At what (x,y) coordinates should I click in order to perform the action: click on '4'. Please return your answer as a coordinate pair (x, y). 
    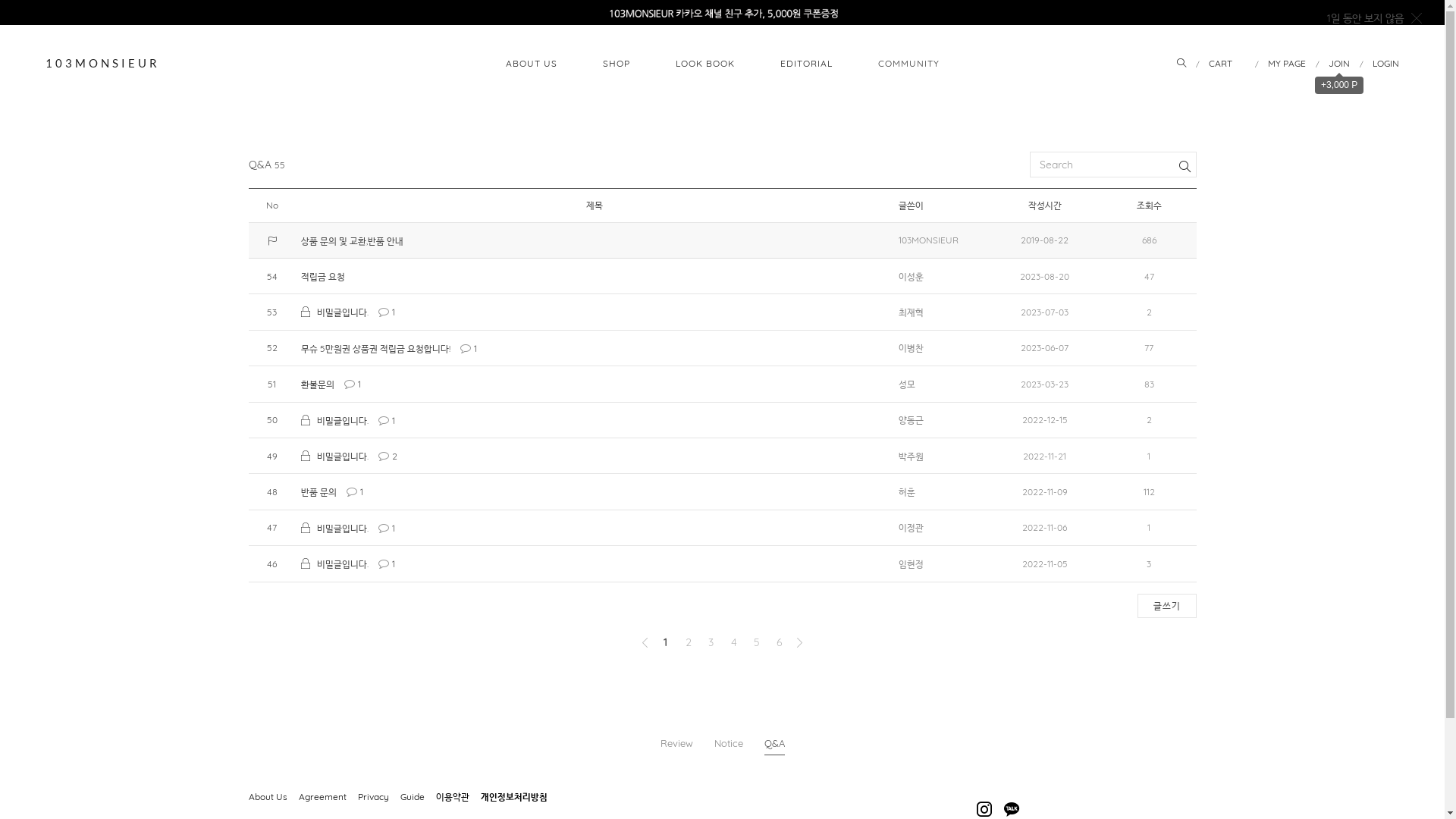
    Looking at the image, I should click on (734, 642).